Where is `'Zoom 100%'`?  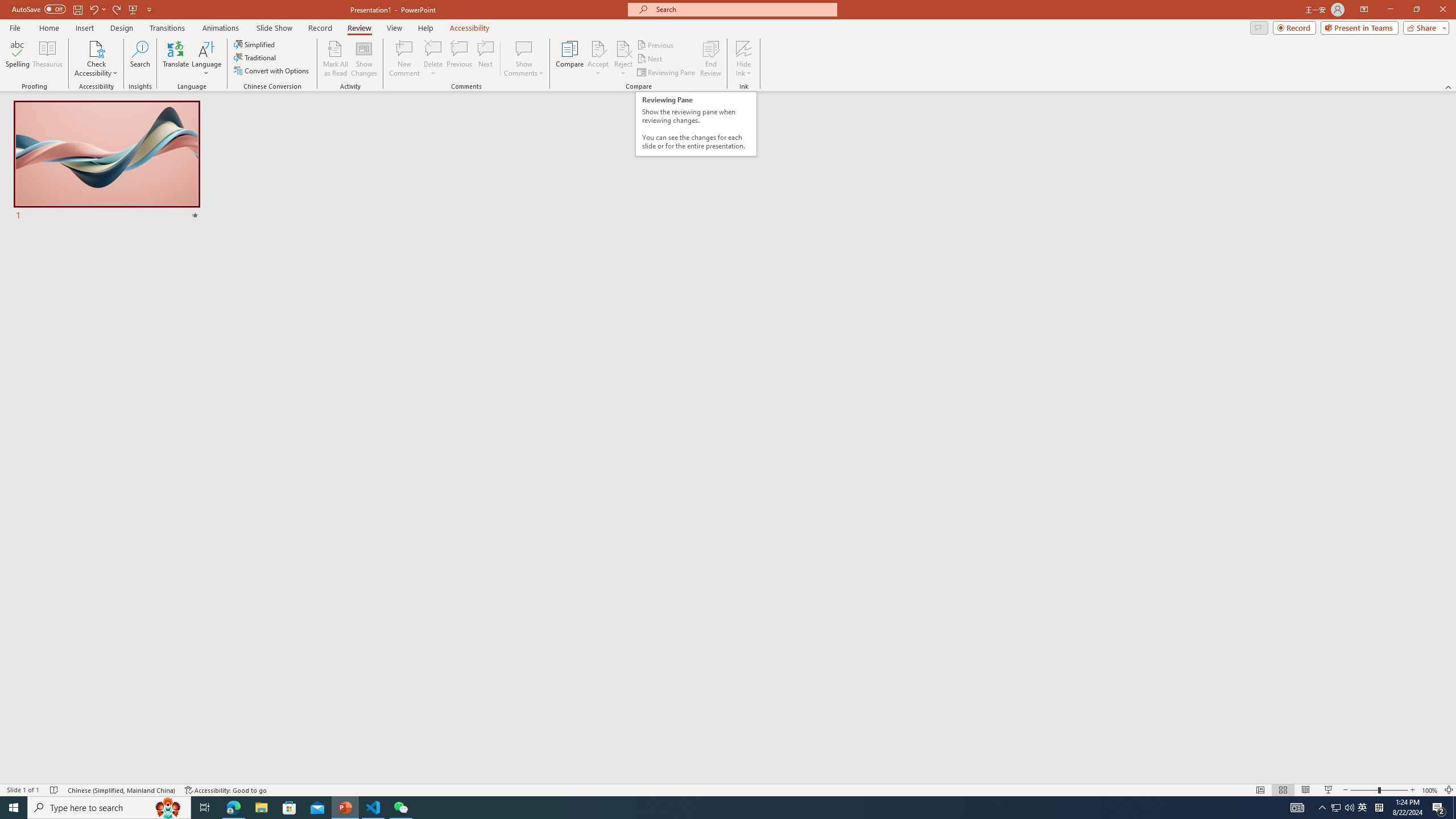 'Zoom 100%' is located at coordinates (1430, 790).